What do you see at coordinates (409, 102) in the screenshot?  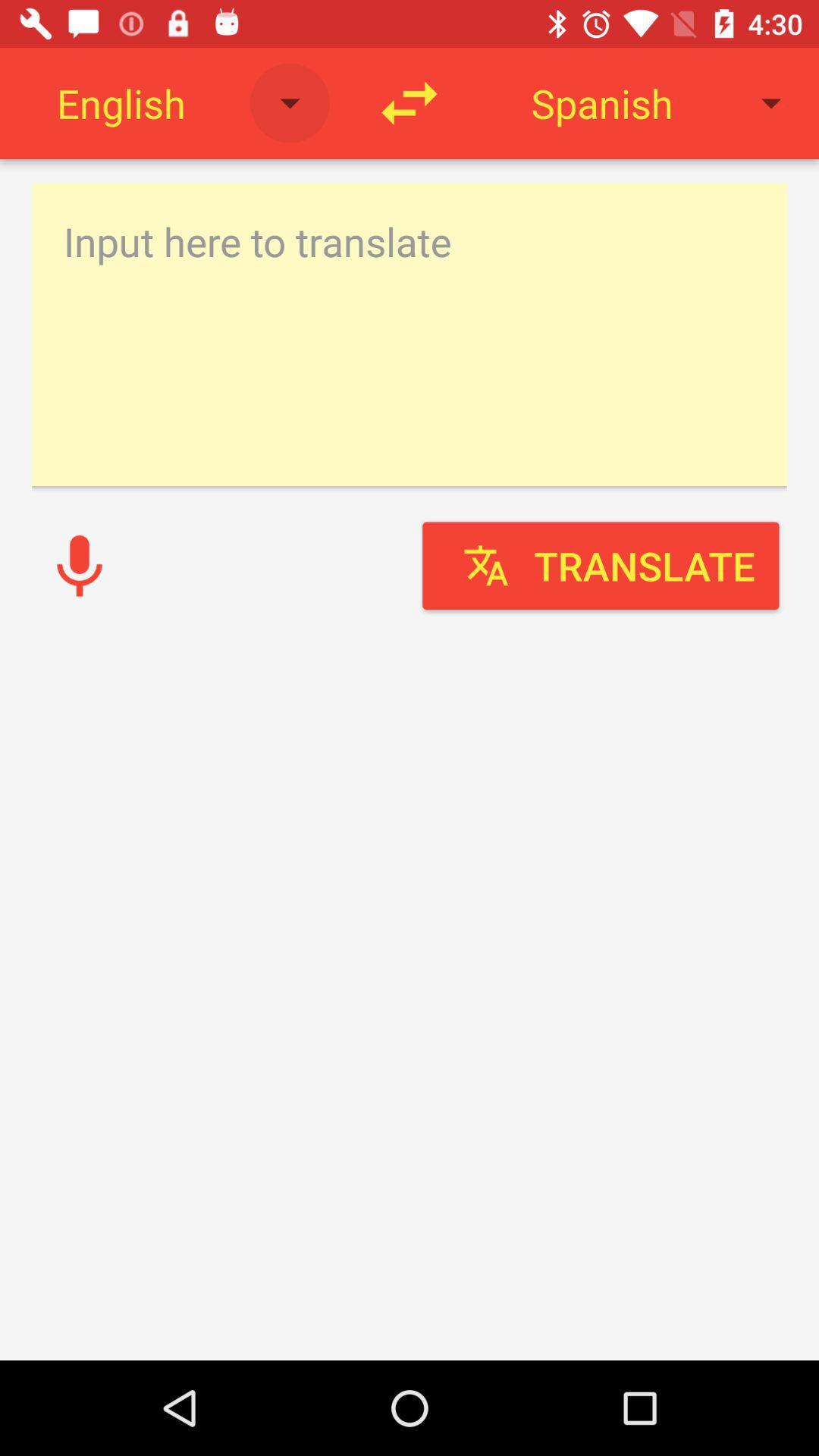 I see `switch languages` at bounding box center [409, 102].